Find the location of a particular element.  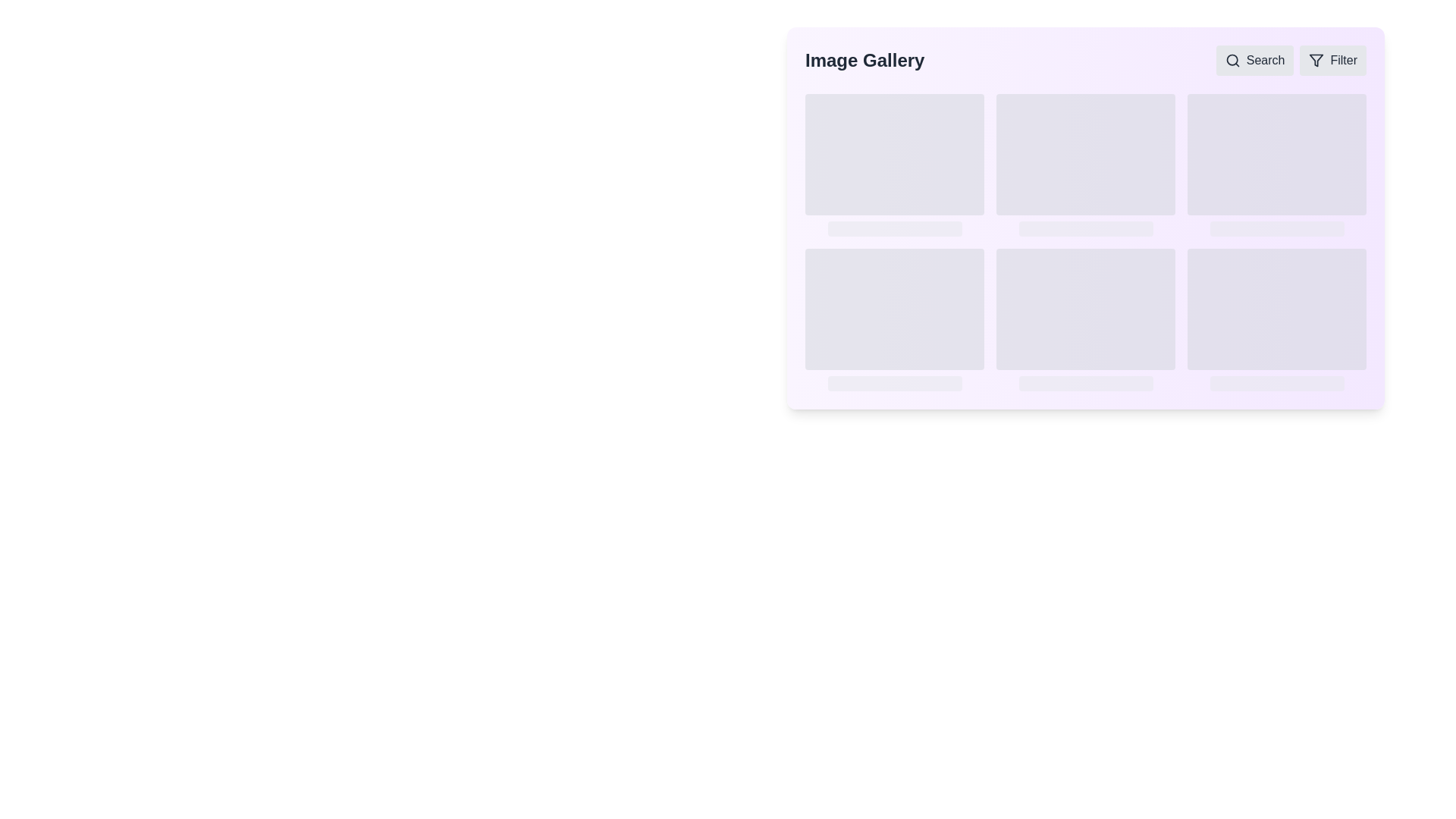

the 'Search' button located in the top-right corner, which is the first button in the control group, to initiate the search is located at coordinates (1255, 60).